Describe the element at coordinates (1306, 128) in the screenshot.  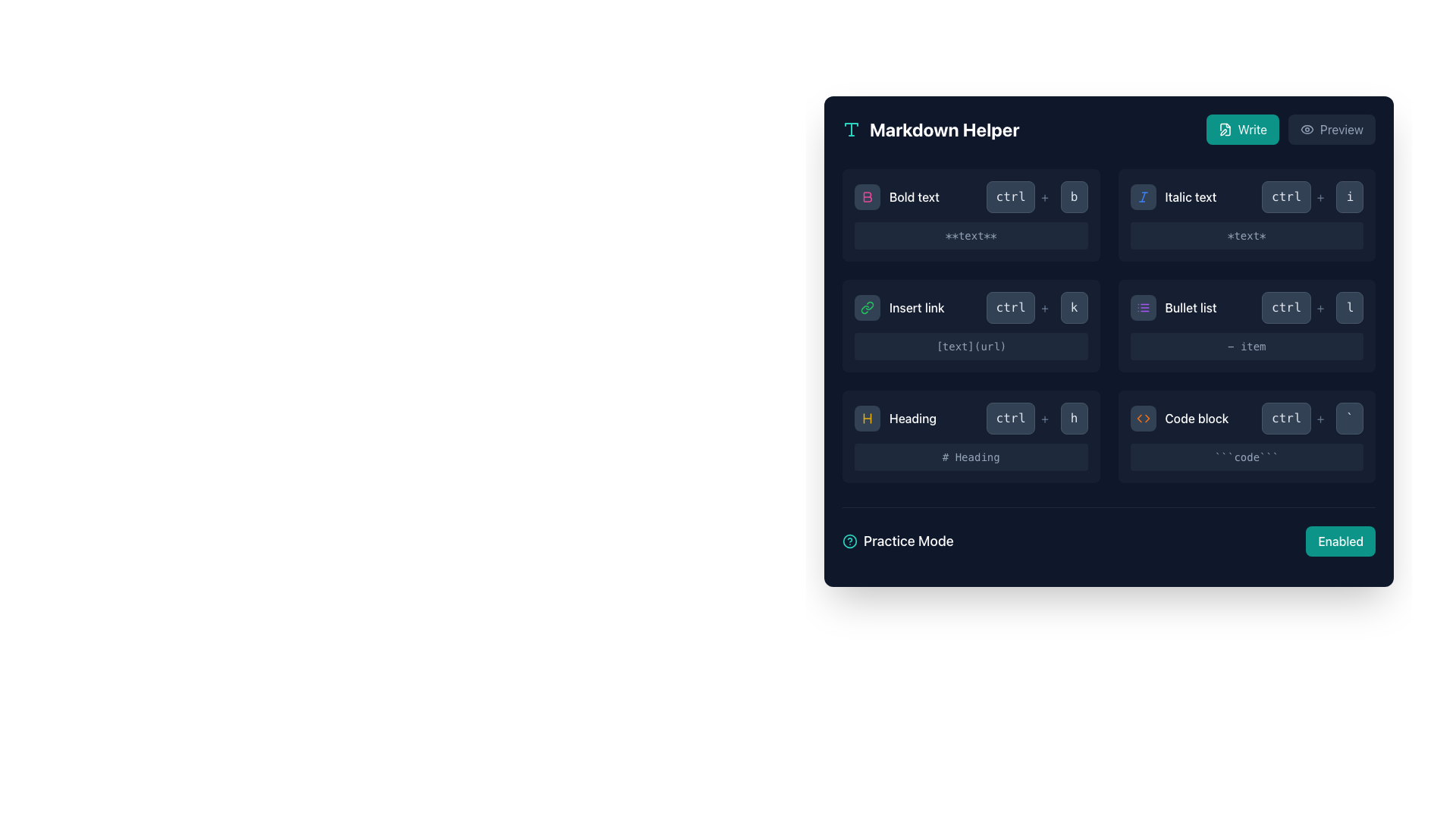
I see `the eye-shaped icon located to the left of the 'Preview' button text` at that location.